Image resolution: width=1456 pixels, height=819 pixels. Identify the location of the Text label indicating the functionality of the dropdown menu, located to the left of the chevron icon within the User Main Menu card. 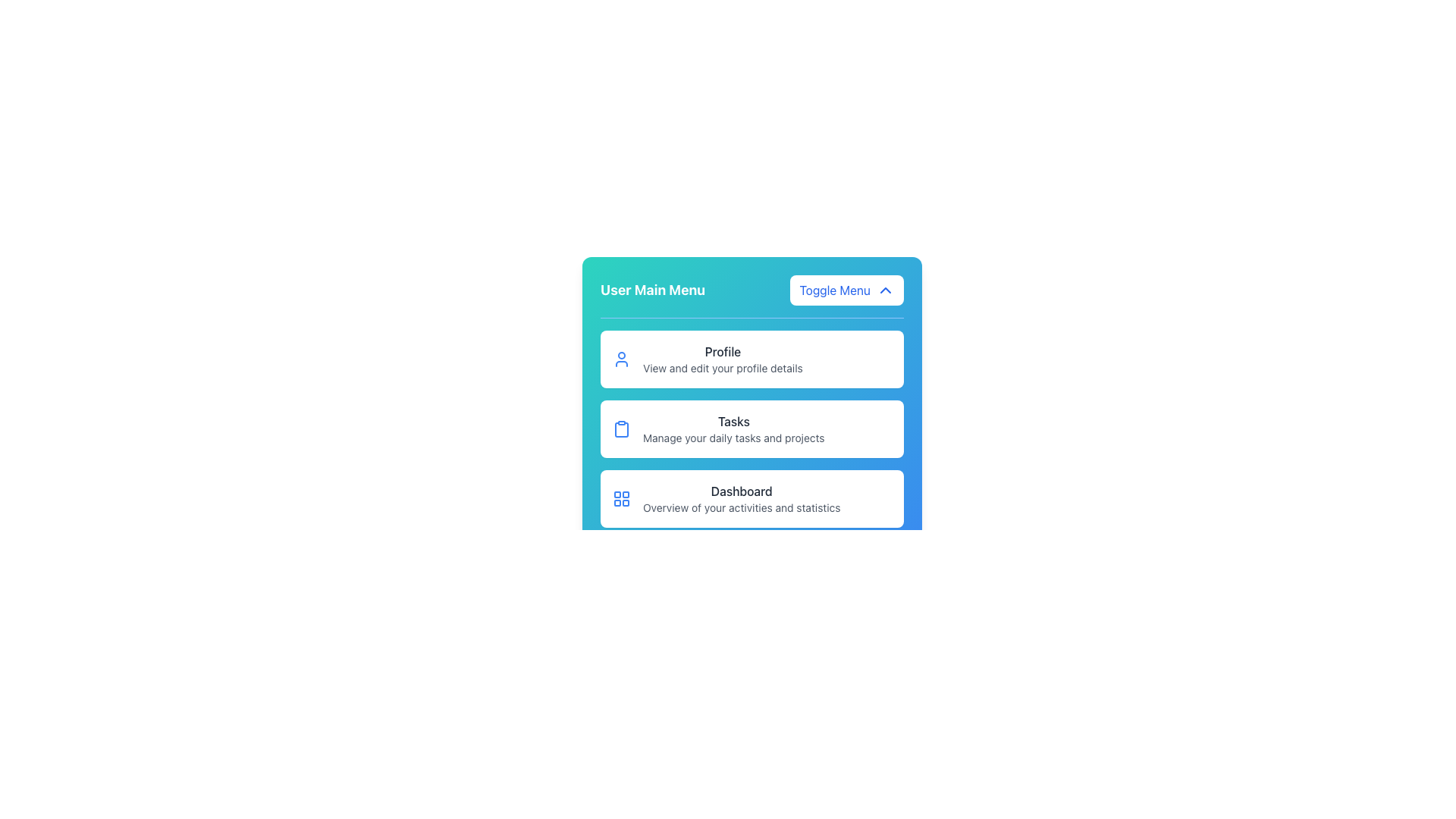
(834, 290).